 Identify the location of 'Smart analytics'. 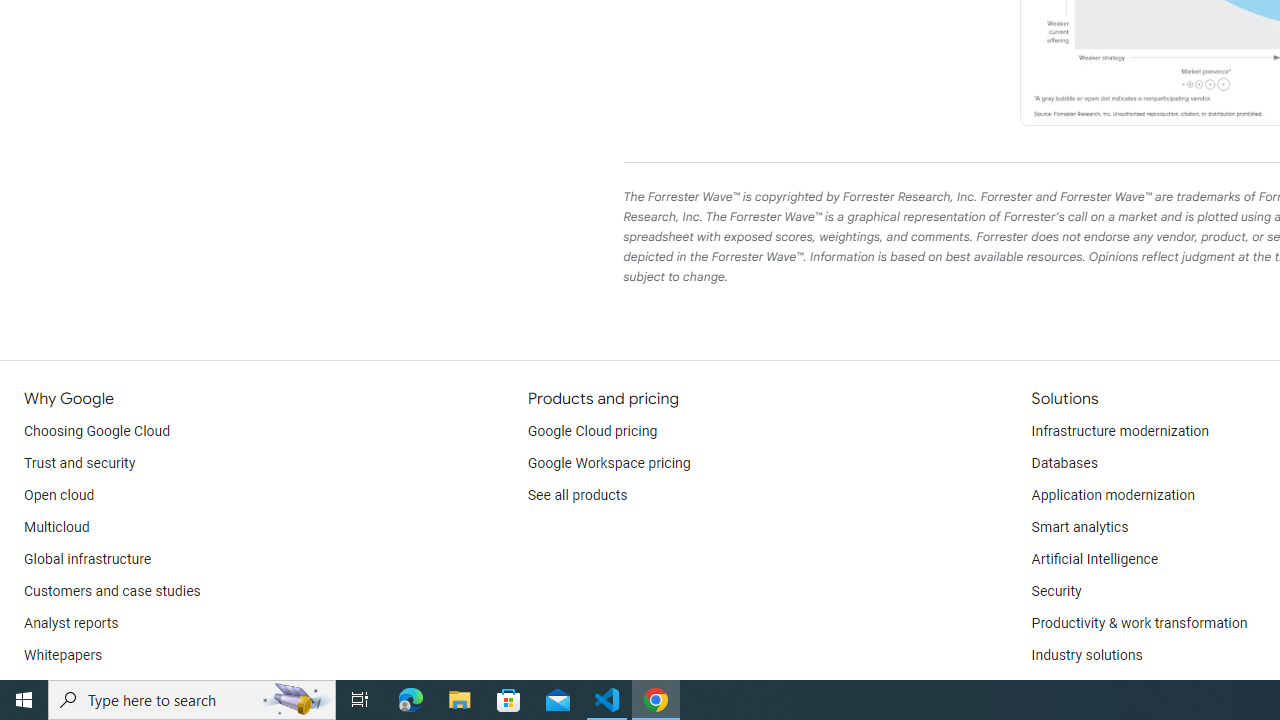
(1078, 527).